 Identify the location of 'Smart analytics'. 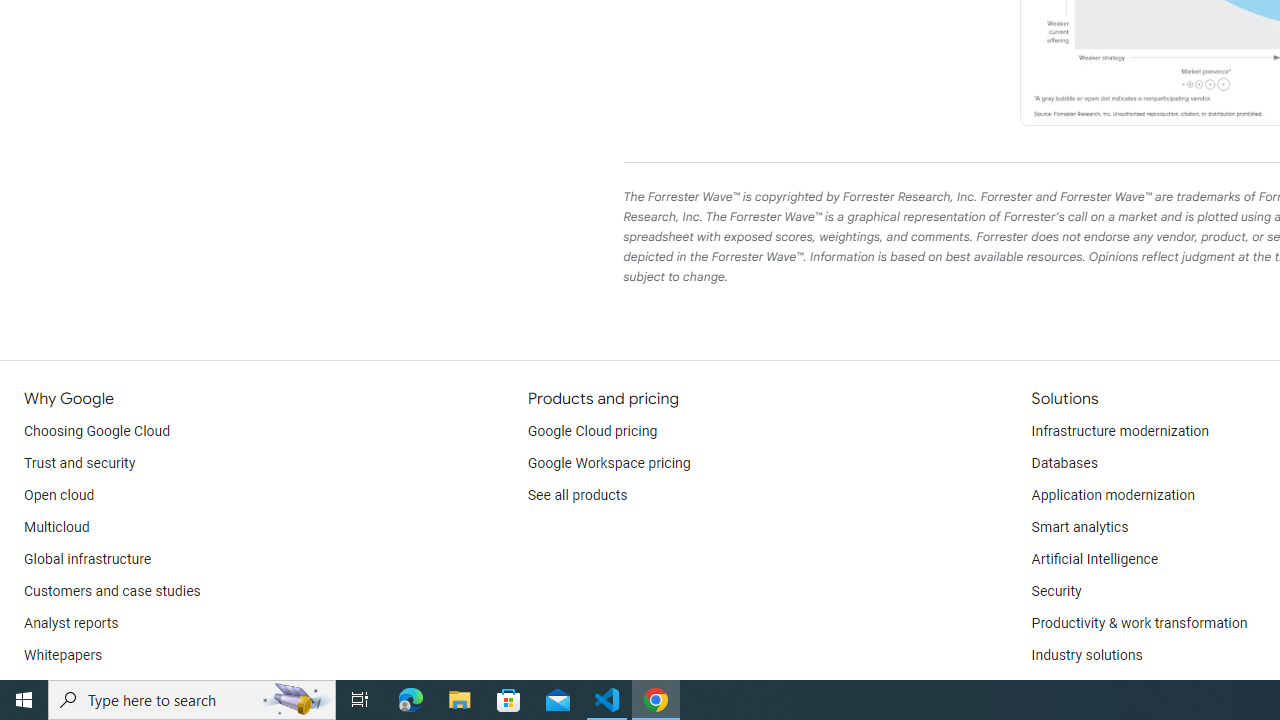
(1078, 527).